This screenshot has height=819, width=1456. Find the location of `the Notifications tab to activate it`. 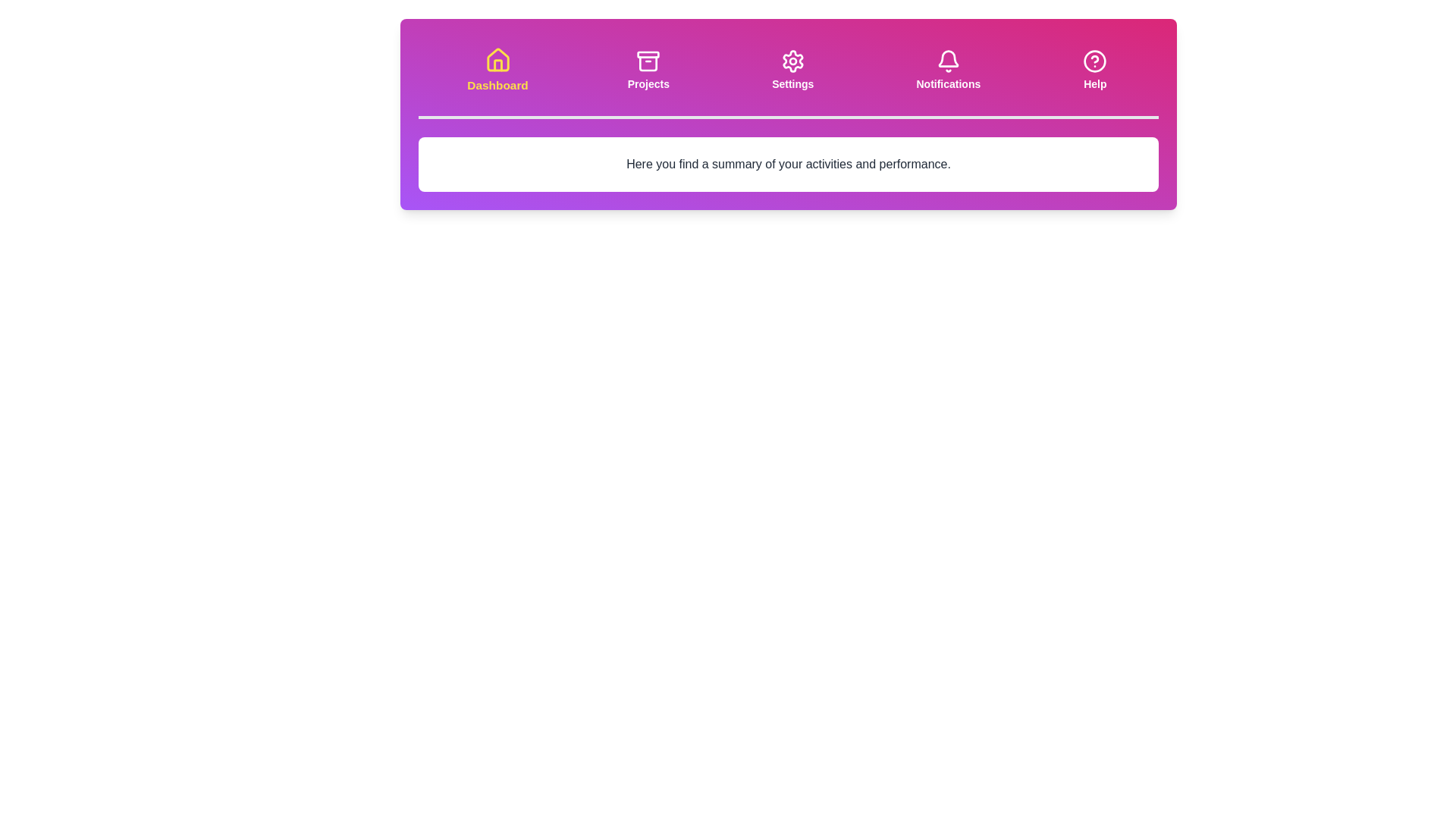

the Notifications tab to activate it is located at coordinates (947, 70).